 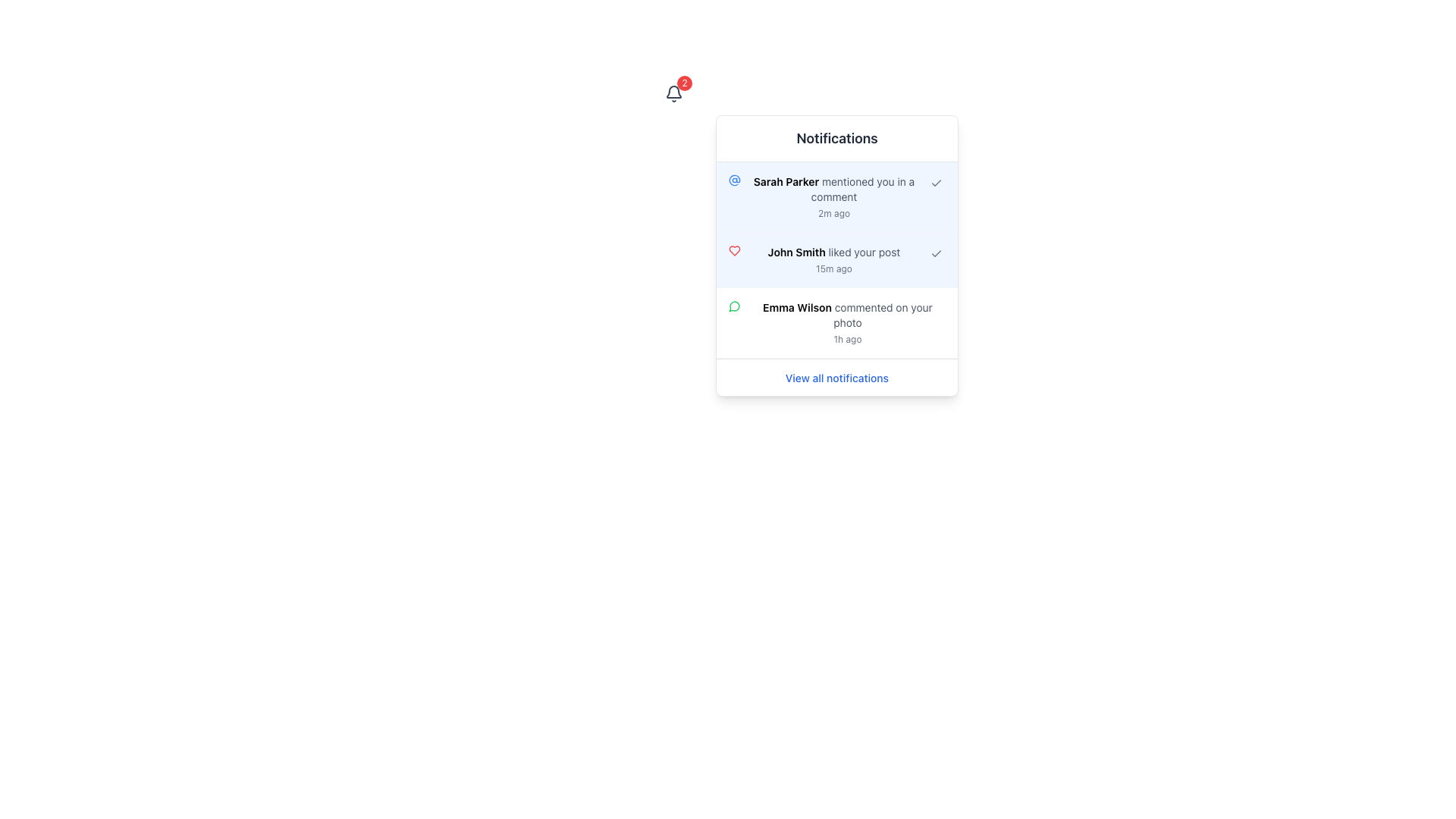 I want to click on the round icon with a checkmark inside it, located at the far right of the notification entry that says "John Smith liked your post 15m ago," to mark the notification as read, so click(x=935, y=253).